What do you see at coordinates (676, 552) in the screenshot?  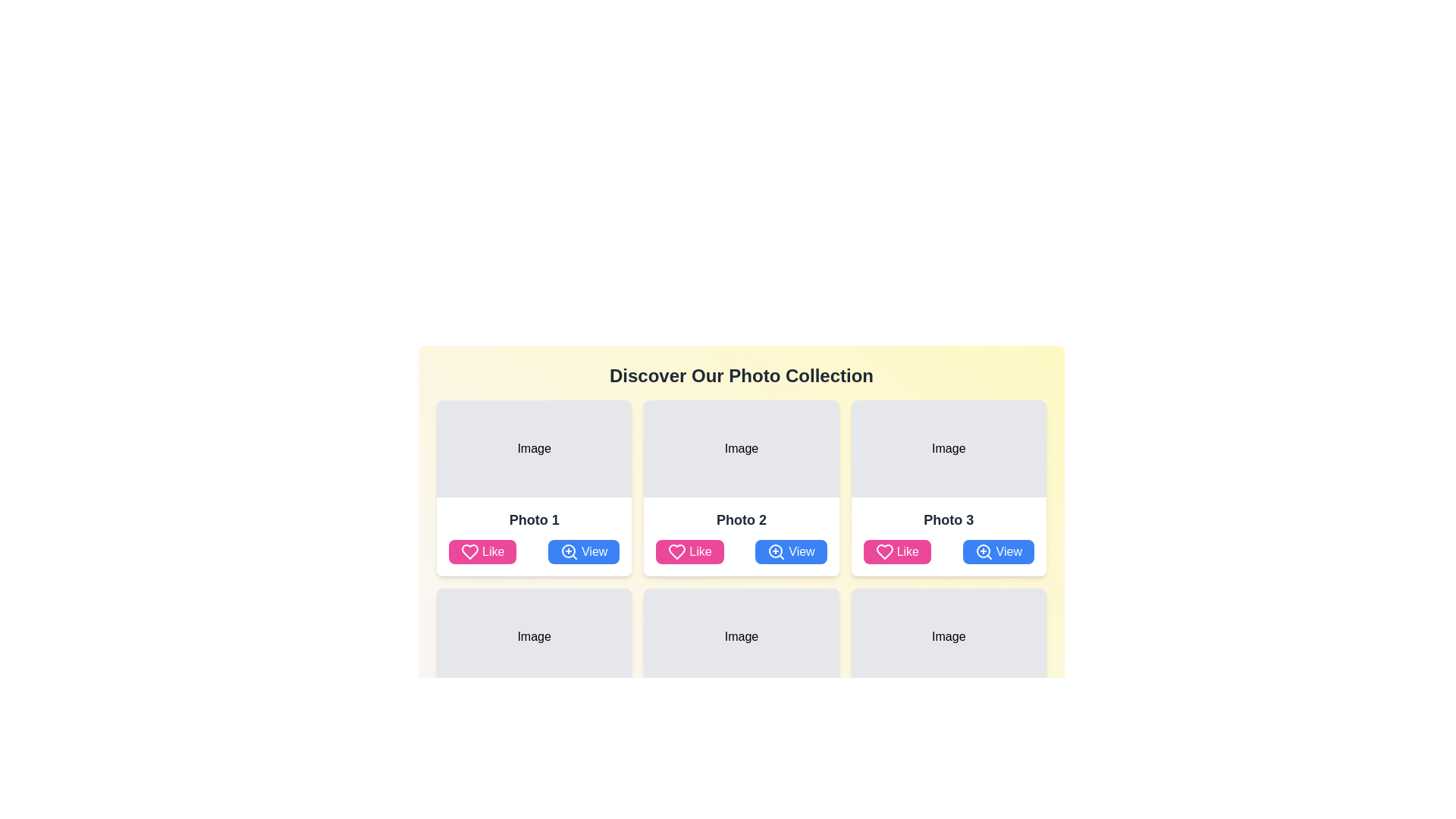 I see `the pink heart icon within the 'Like' button below the 'Photo 2' card to receive action feedback` at bounding box center [676, 552].